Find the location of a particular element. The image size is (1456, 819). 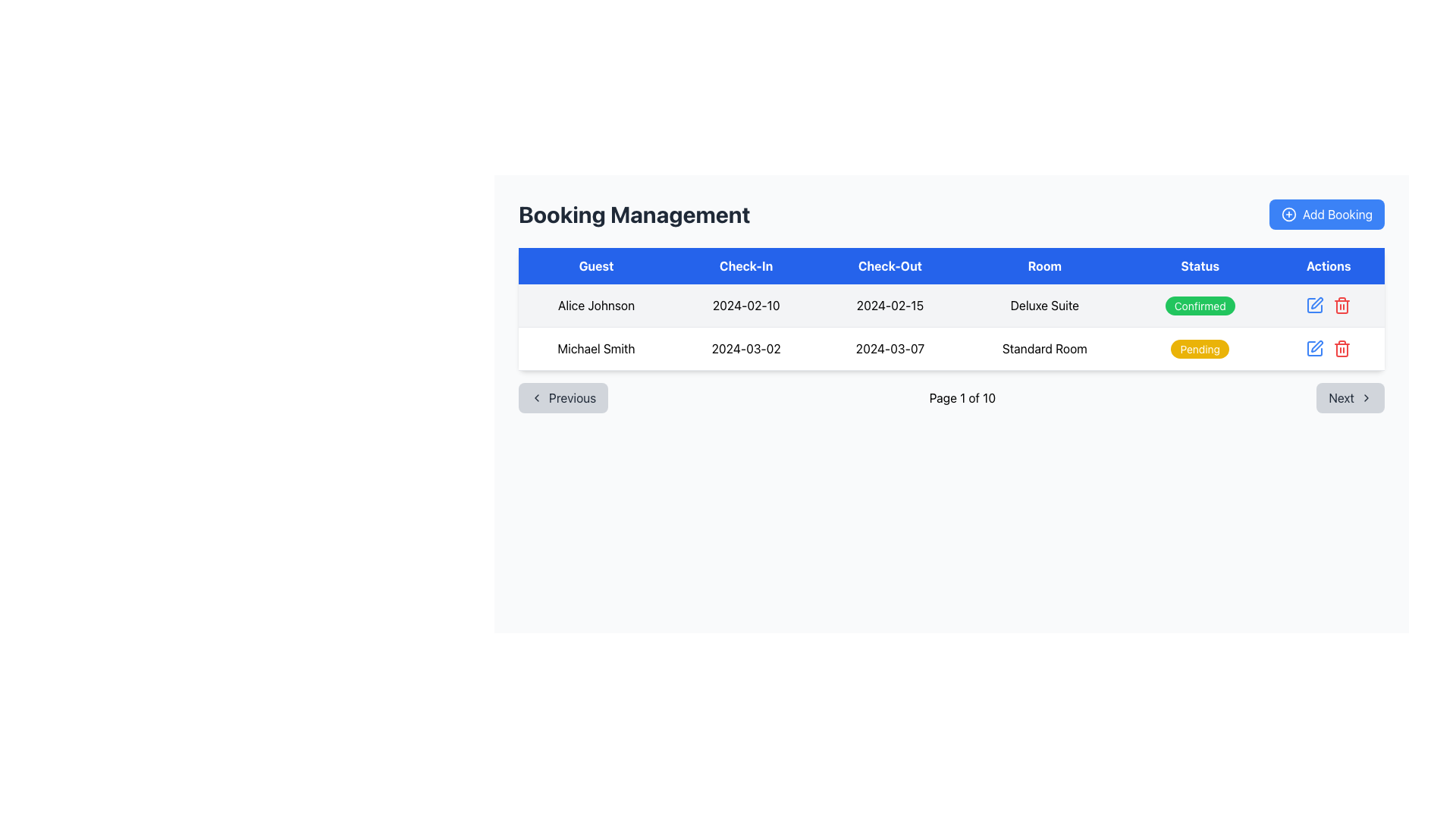

the leftward-pointing chevron icon within the 'Previous' button, which is located at the bottom-left corner of the content area, to facilitate navigation to the previous page of content is located at coordinates (537, 397).